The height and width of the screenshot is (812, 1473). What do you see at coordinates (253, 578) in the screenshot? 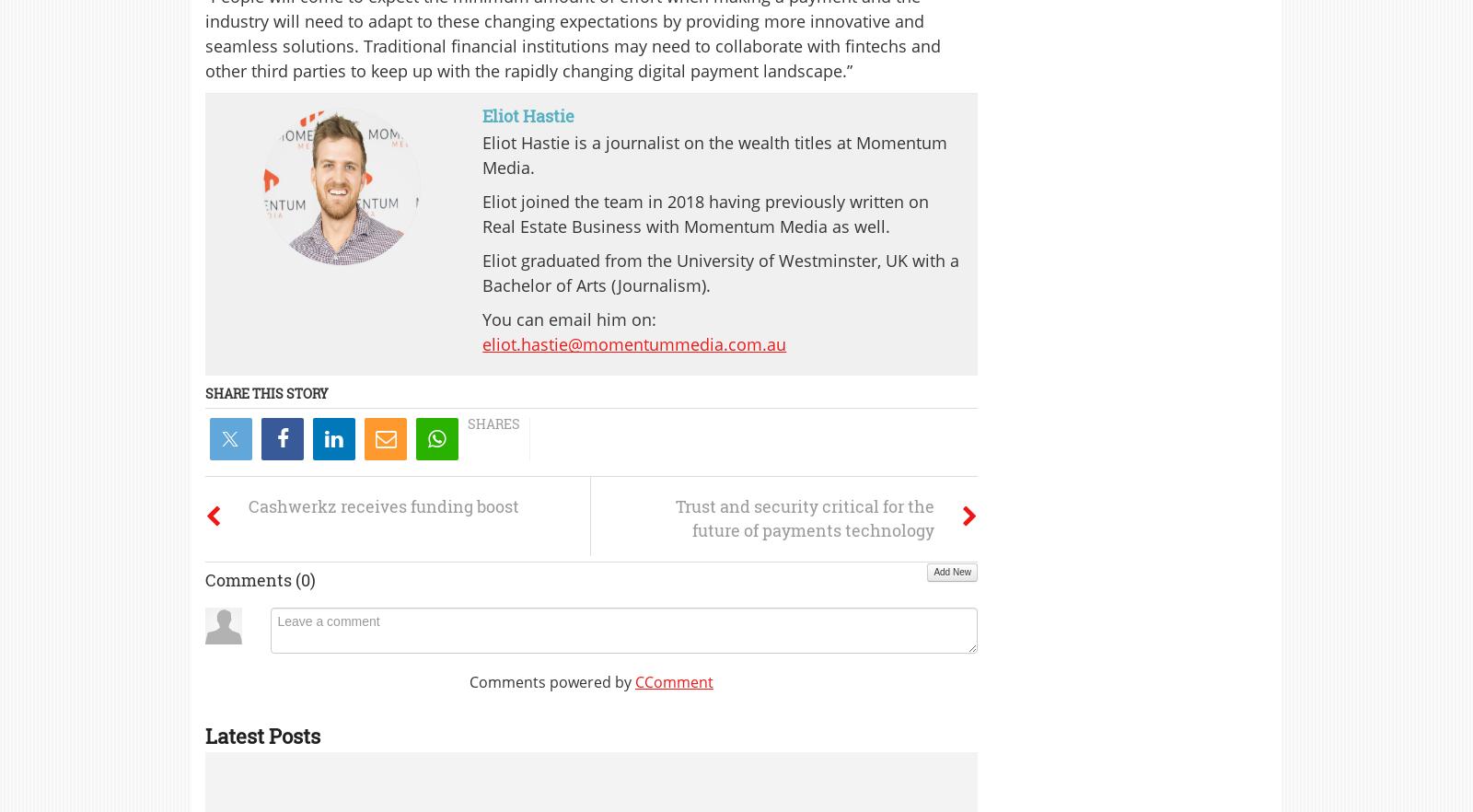
I see `'Comments			('` at bounding box center [253, 578].